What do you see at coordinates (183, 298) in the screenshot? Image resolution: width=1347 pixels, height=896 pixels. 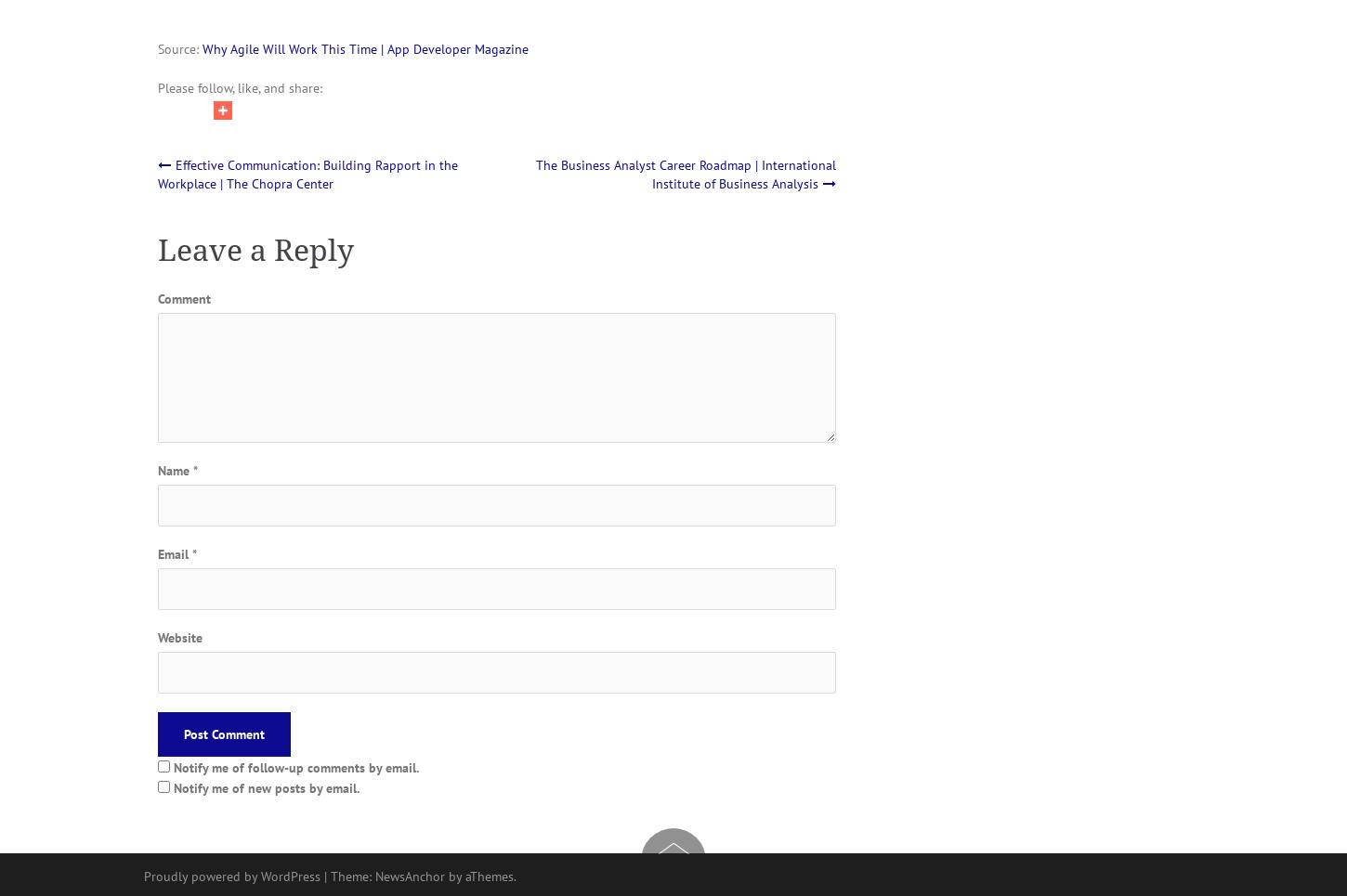 I see `'Comment'` at bounding box center [183, 298].